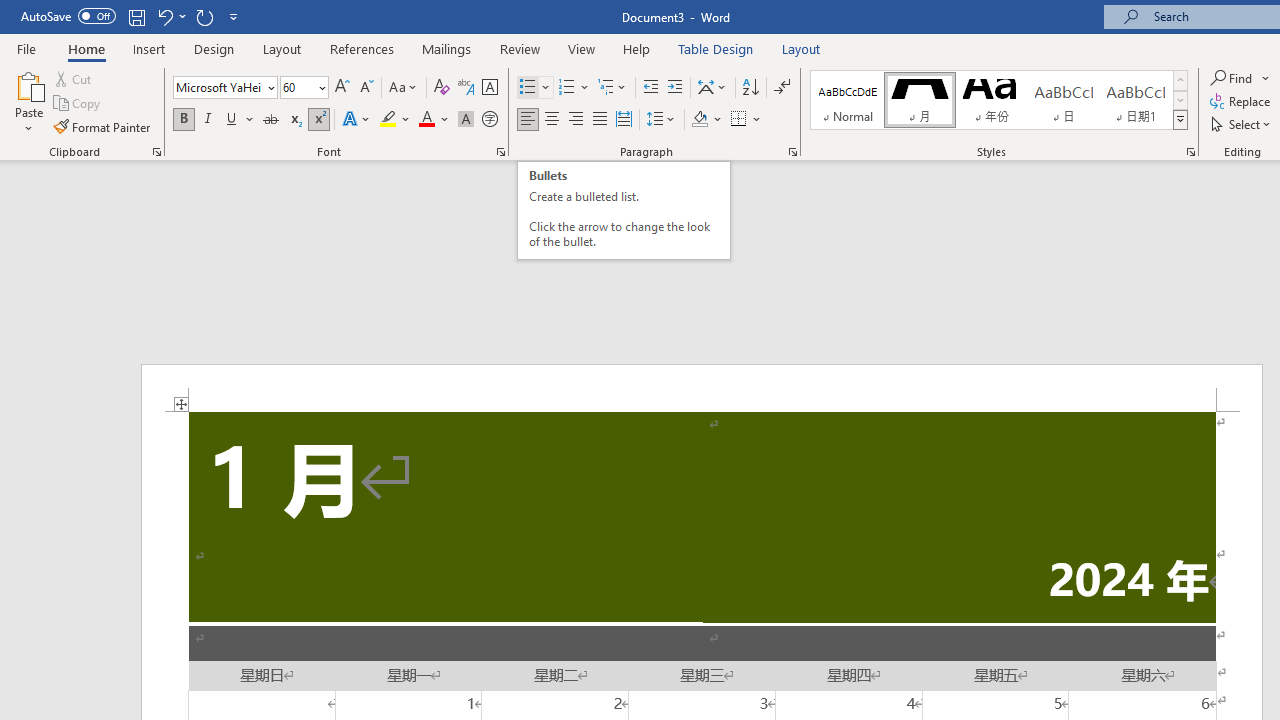  What do you see at coordinates (702, 388) in the screenshot?
I see `'Header -Section 1-'` at bounding box center [702, 388].